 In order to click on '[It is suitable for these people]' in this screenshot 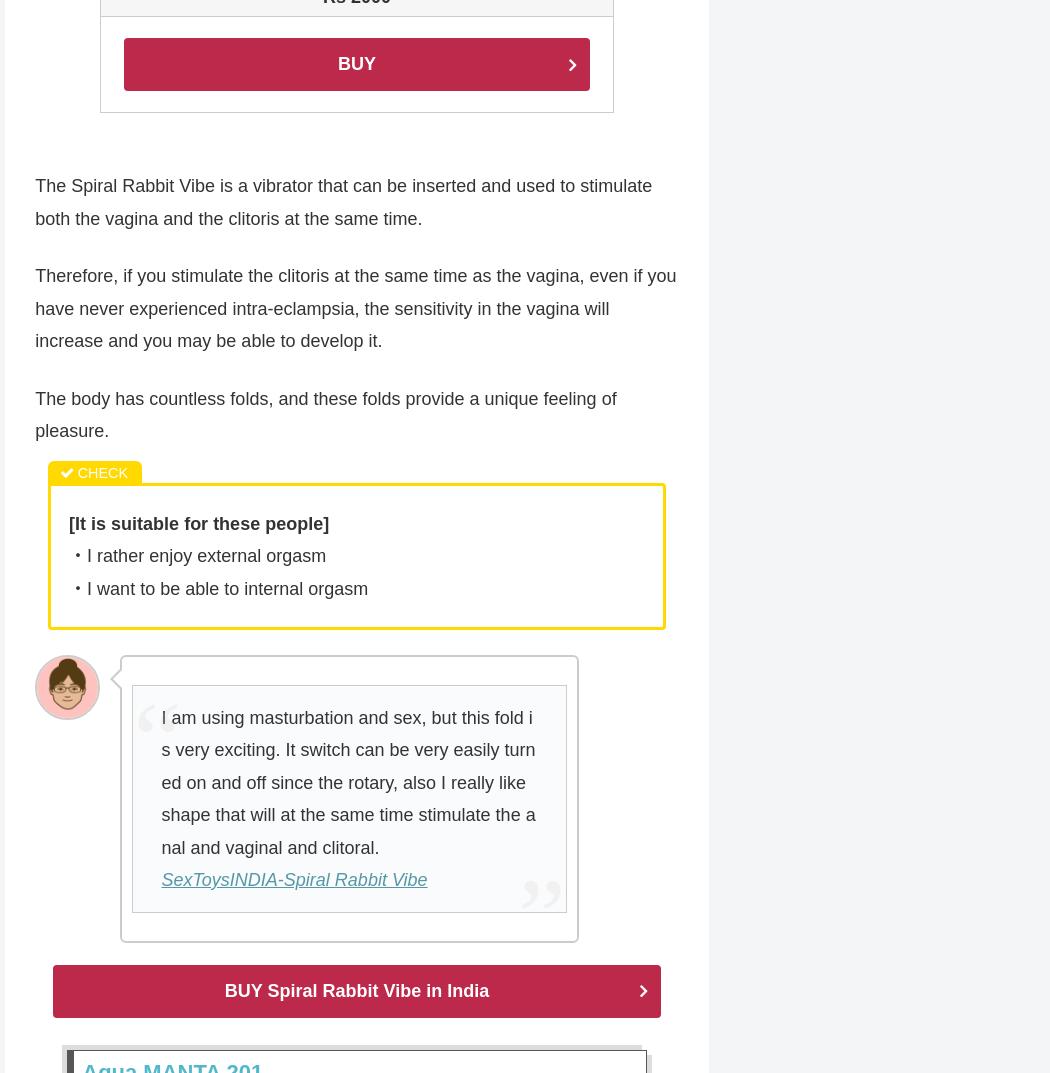, I will do `click(197, 524)`.